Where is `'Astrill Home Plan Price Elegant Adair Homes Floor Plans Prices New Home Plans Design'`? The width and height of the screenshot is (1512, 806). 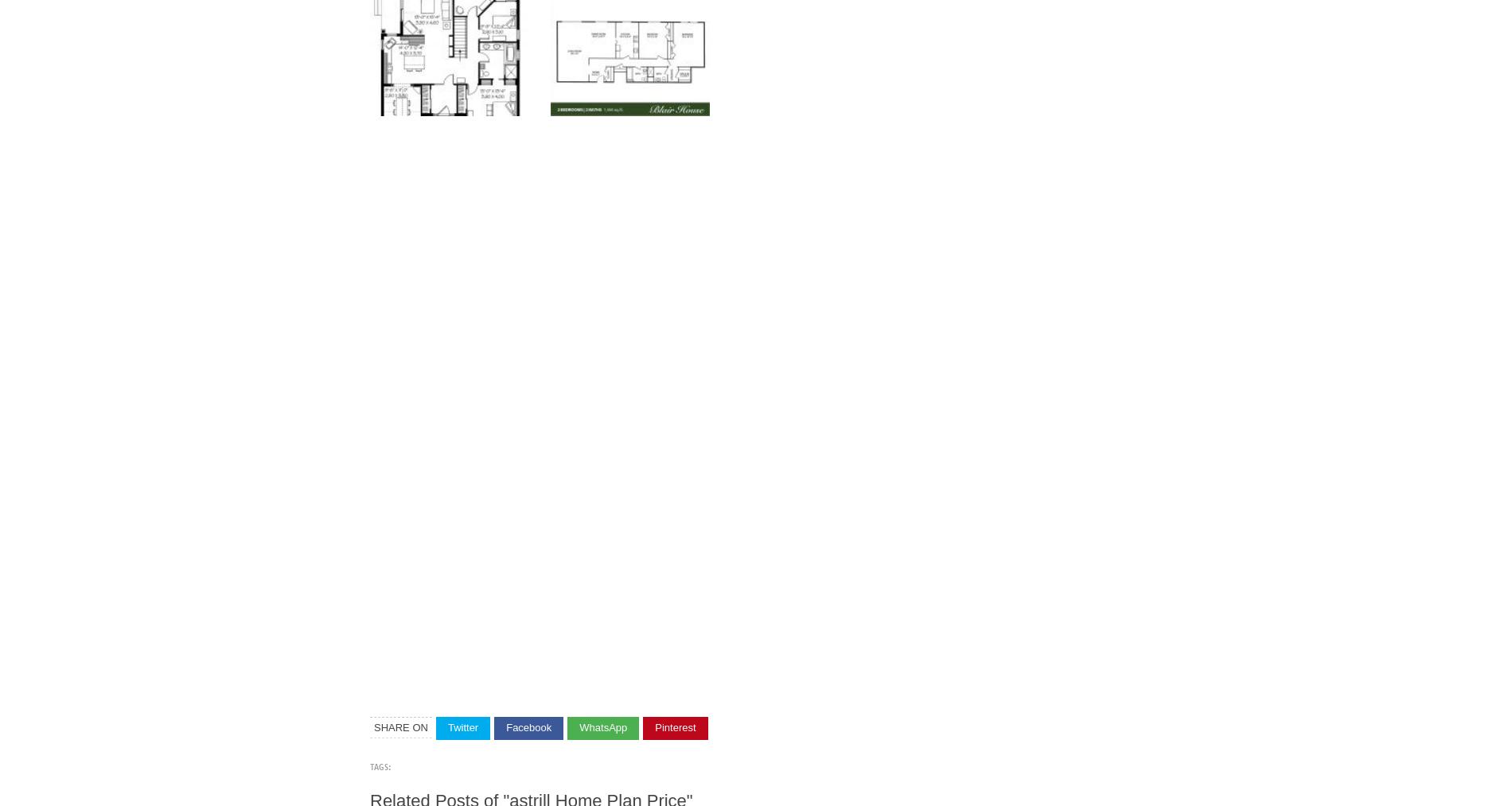
'Astrill Home Plan Price Elegant Adair Homes Floor Plans Prices New Home Plans Design' is located at coordinates (742, 672).